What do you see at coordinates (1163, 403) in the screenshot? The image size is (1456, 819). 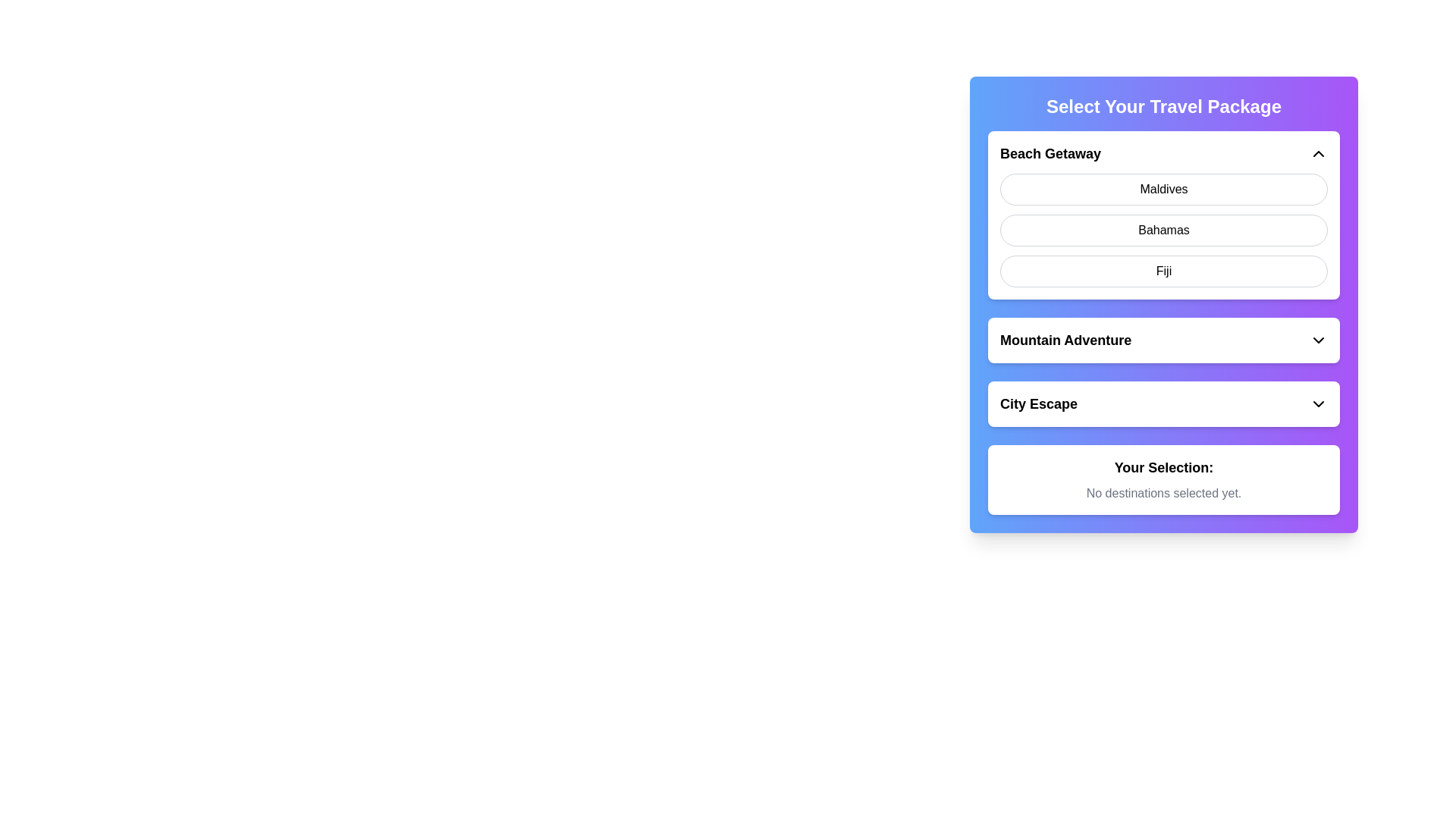 I see `Dropdown menu for selecting a city travel package located in the 'Select Your Travel Package' panel, which is the third section of options` at bounding box center [1163, 403].